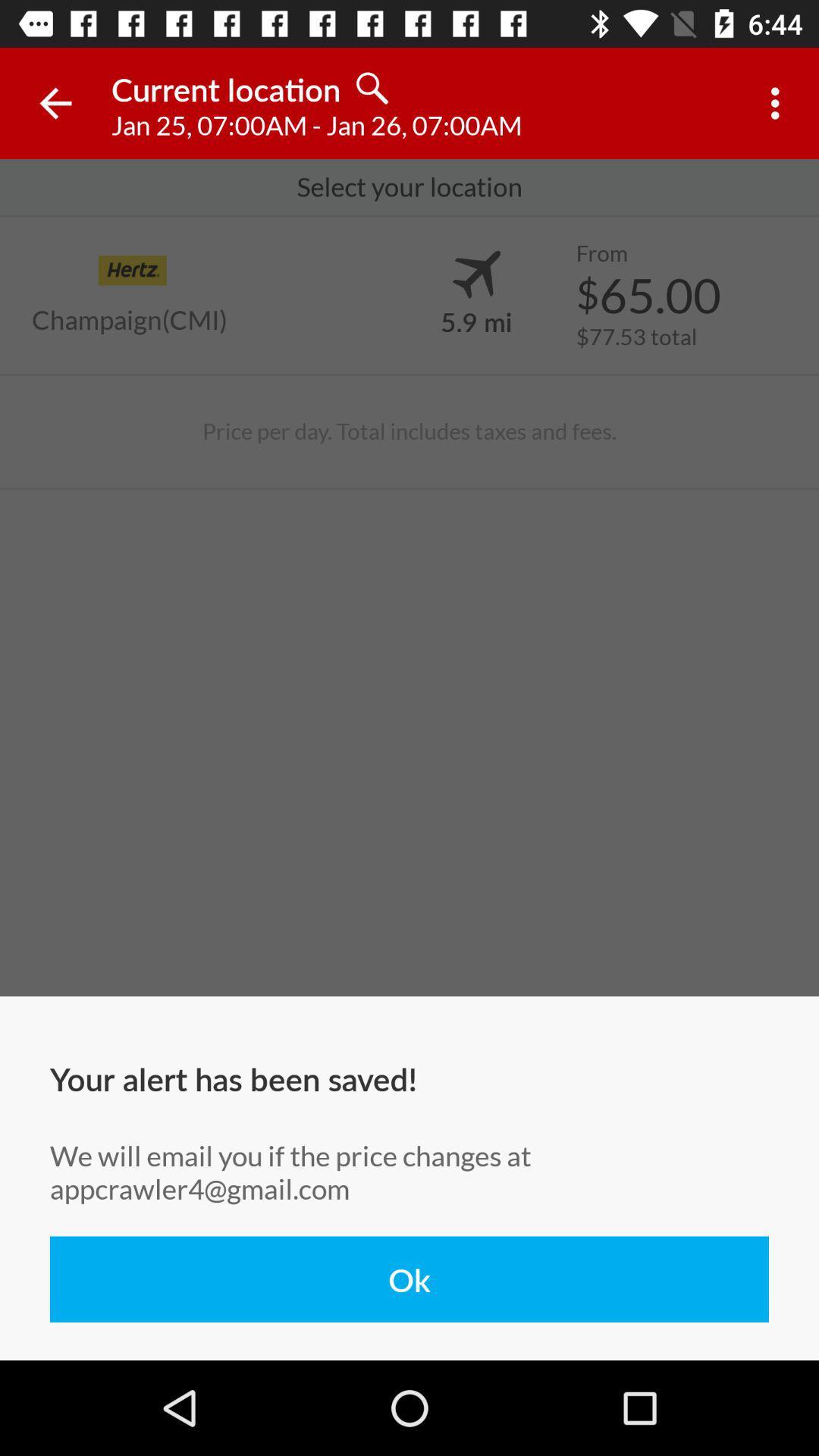 The image size is (819, 1456). I want to click on the item above price per day, so click(128, 319).